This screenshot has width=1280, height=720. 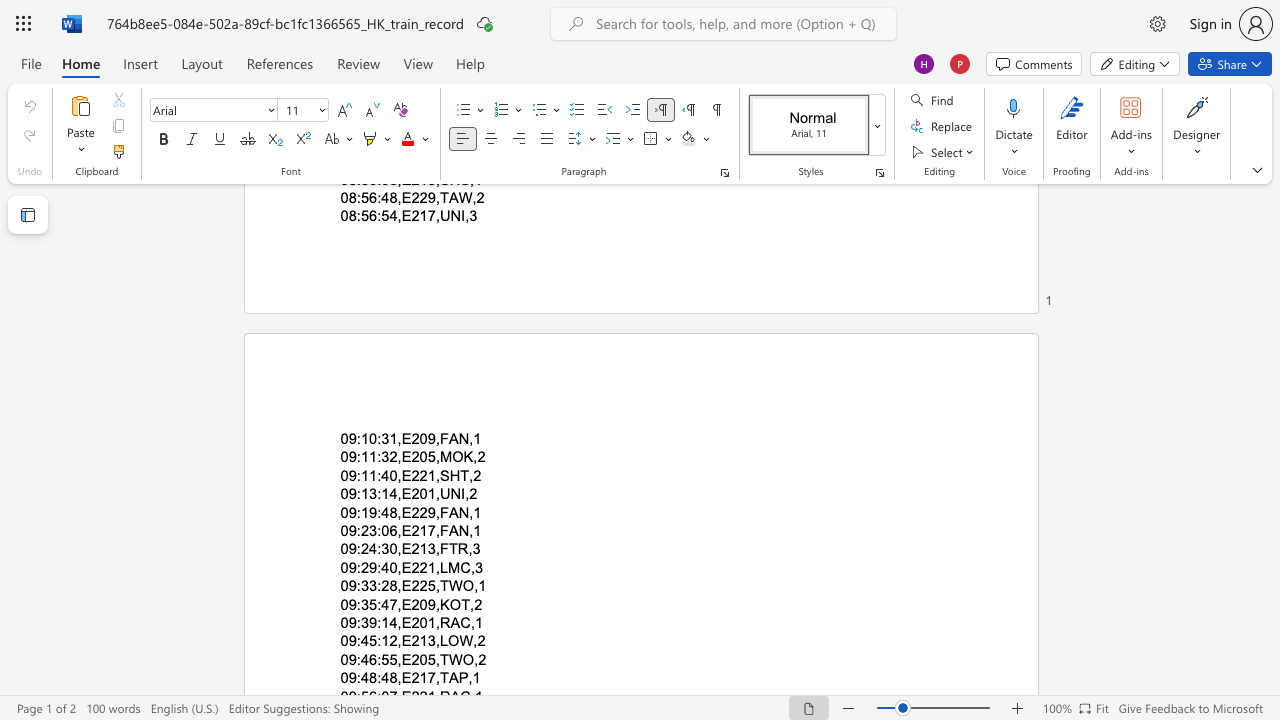 I want to click on the subset text "C," within the text "09:29:40,E221,LMC,3", so click(x=459, y=567).